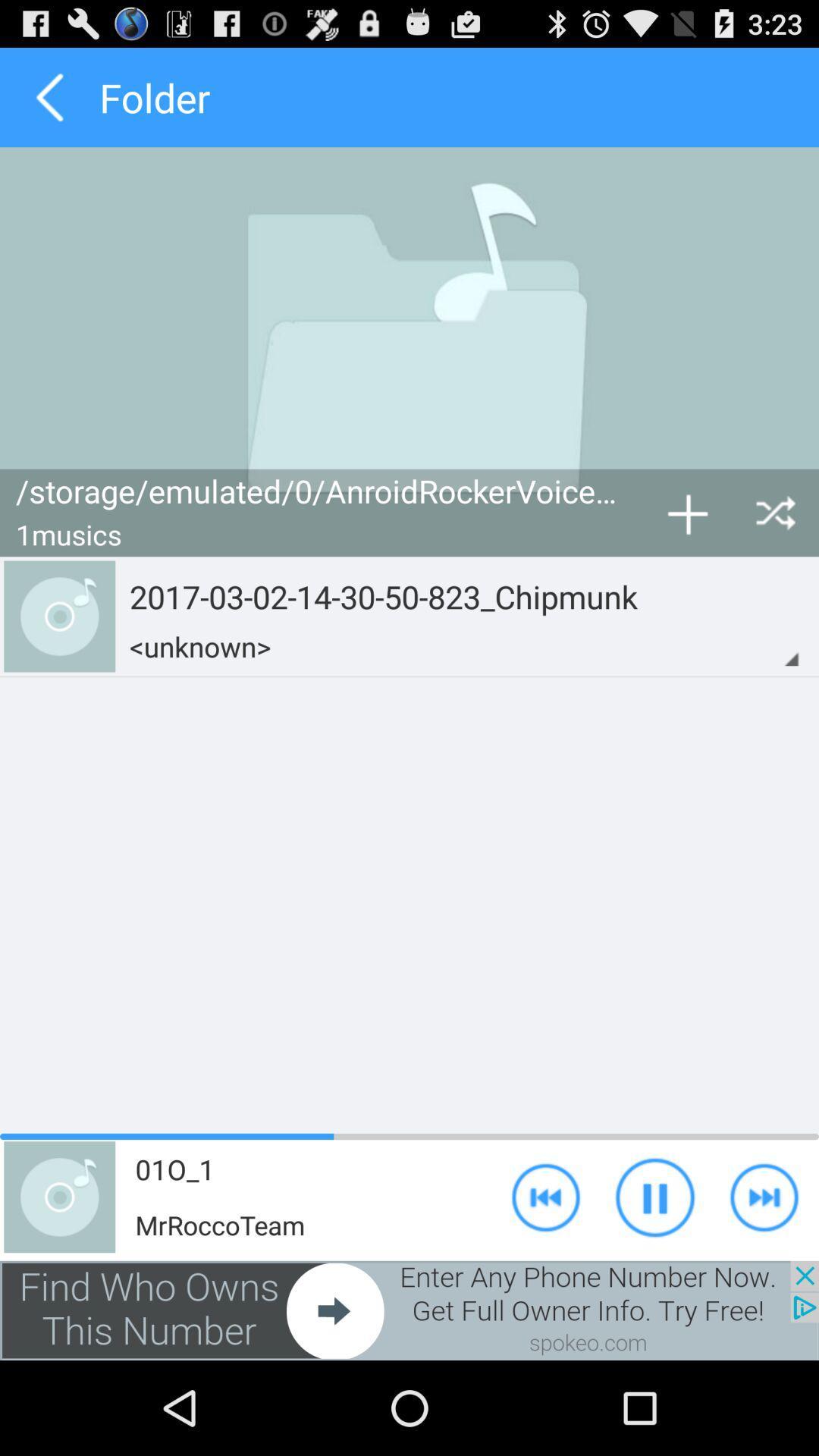 Image resolution: width=819 pixels, height=1456 pixels. I want to click on the pause icon, so click(654, 1280).